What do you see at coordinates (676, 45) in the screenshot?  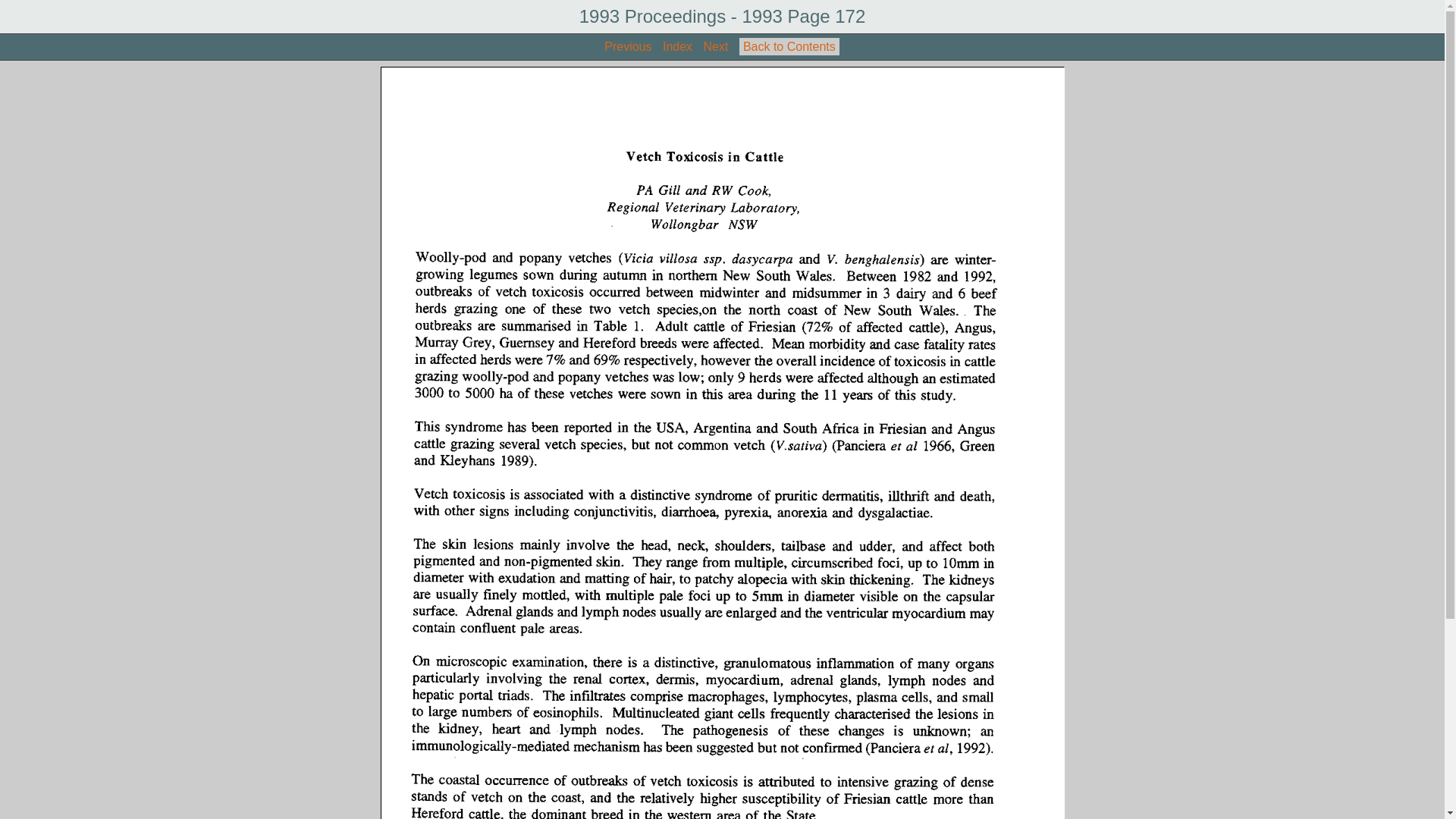 I see `'Index'` at bounding box center [676, 45].